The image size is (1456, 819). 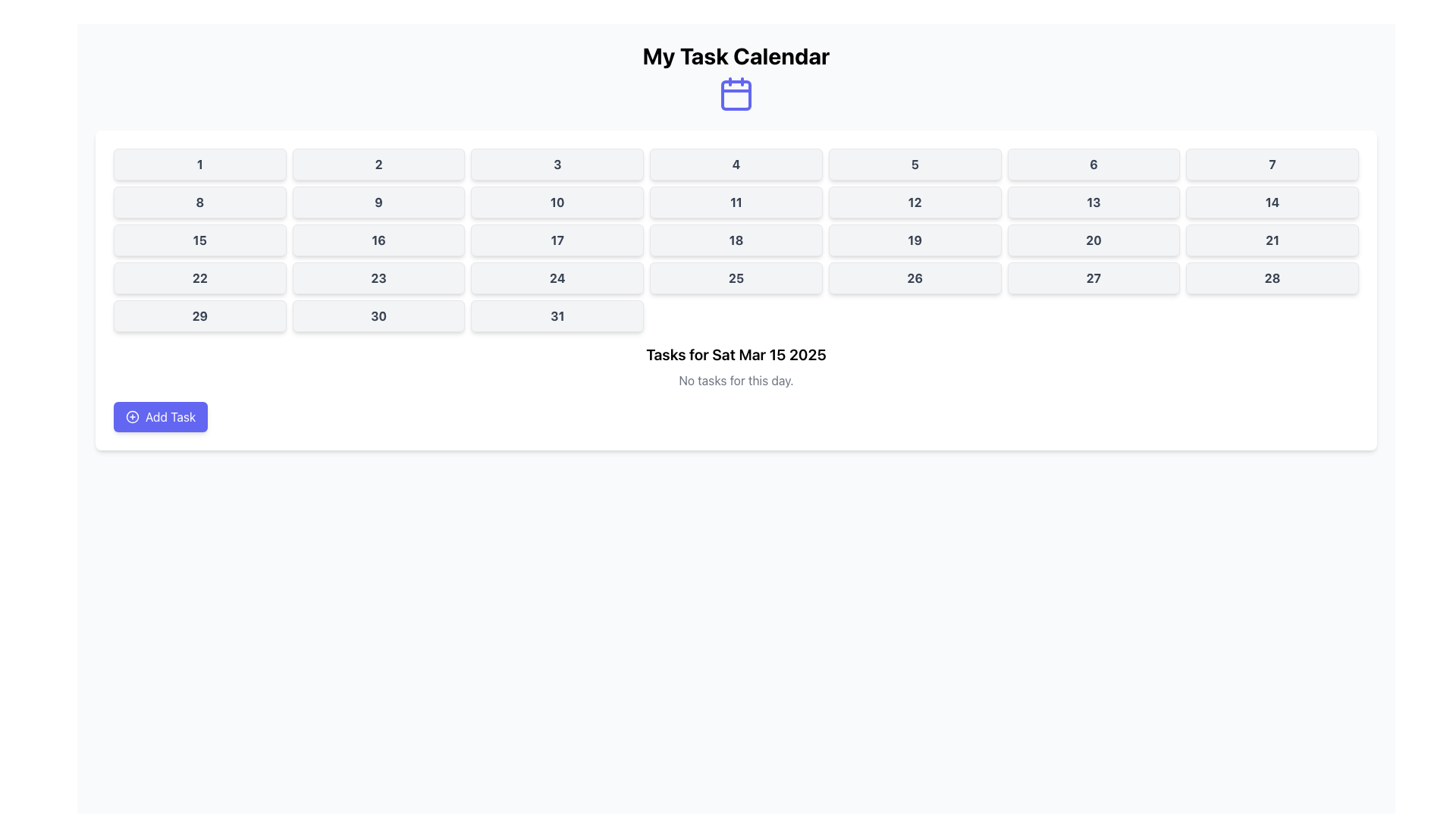 What do you see at coordinates (736, 93) in the screenshot?
I see `the calendar icon located beneath the 'My Task Calendar' text, which serves as a symbolic representation of the calendar` at bounding box center [736, 93].